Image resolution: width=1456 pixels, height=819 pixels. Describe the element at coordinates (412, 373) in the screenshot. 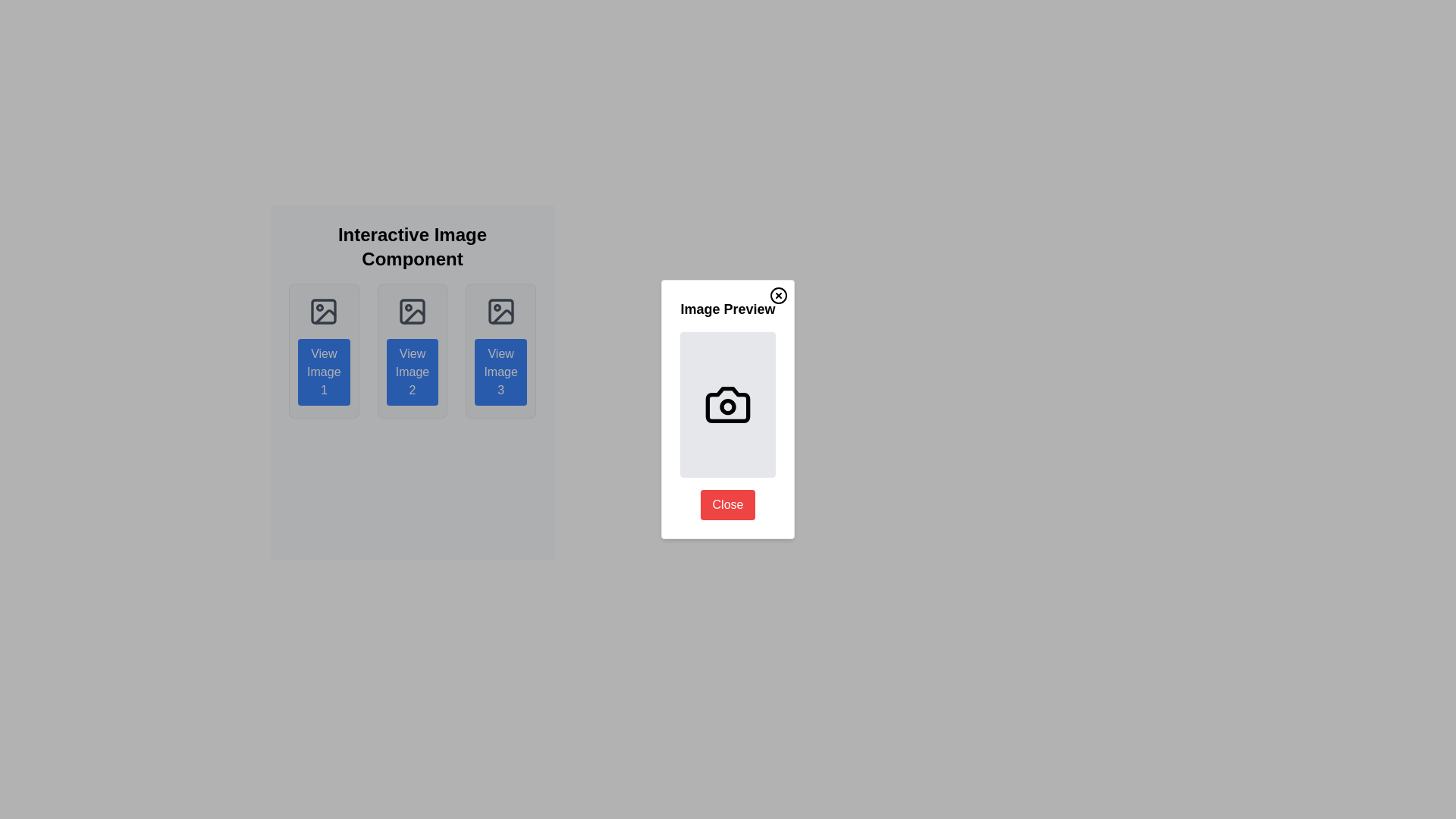

I see `the middle button below the heading 'Interactive Image Component'` at that location.